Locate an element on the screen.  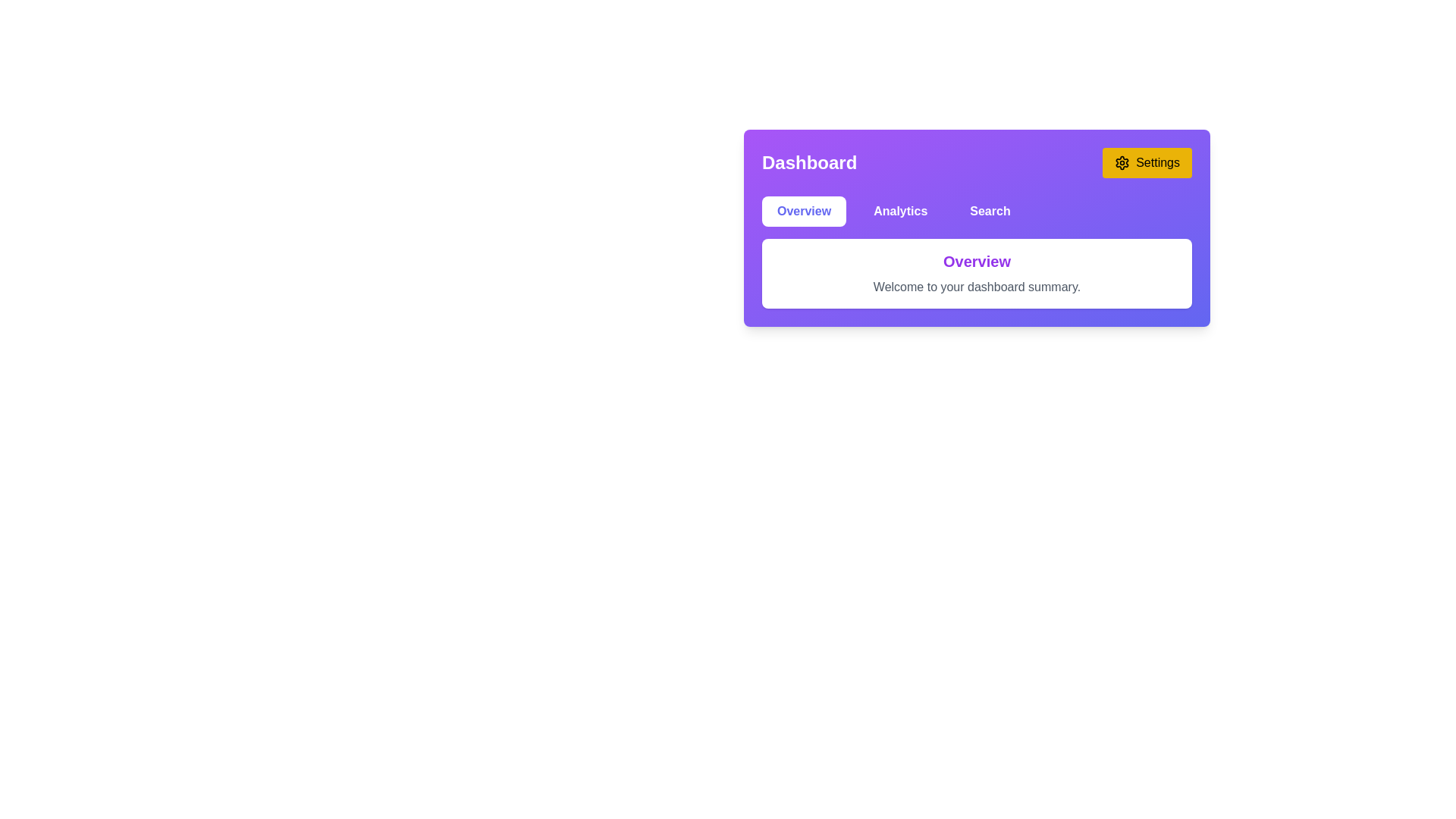
the gear icon located at the top-right corner of the dashboard interface is located at coordinates (1122, 163).